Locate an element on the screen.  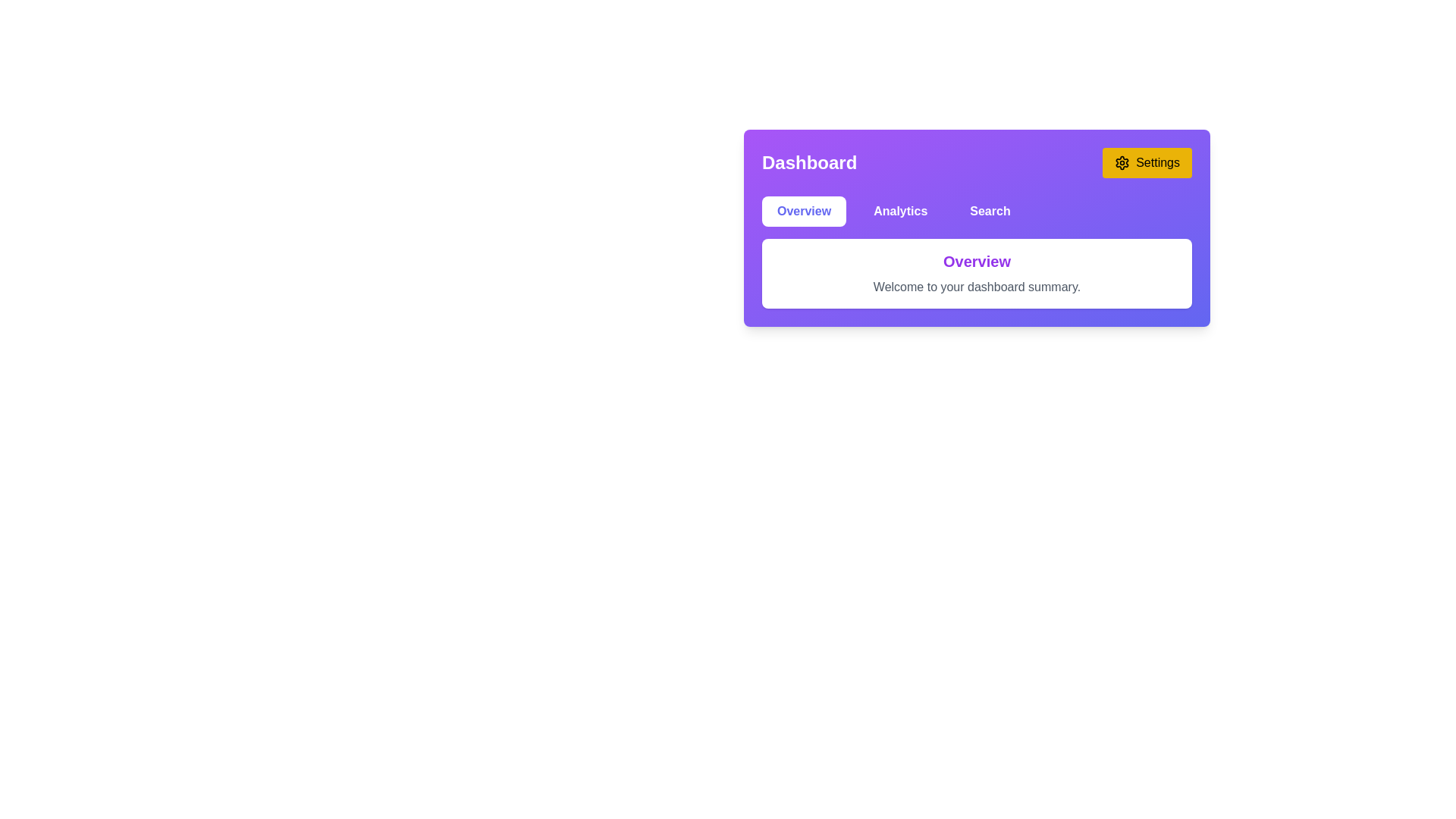
the gear icon located at the top-right corner of the dashboard interface is located at coordinates (1122, 163).